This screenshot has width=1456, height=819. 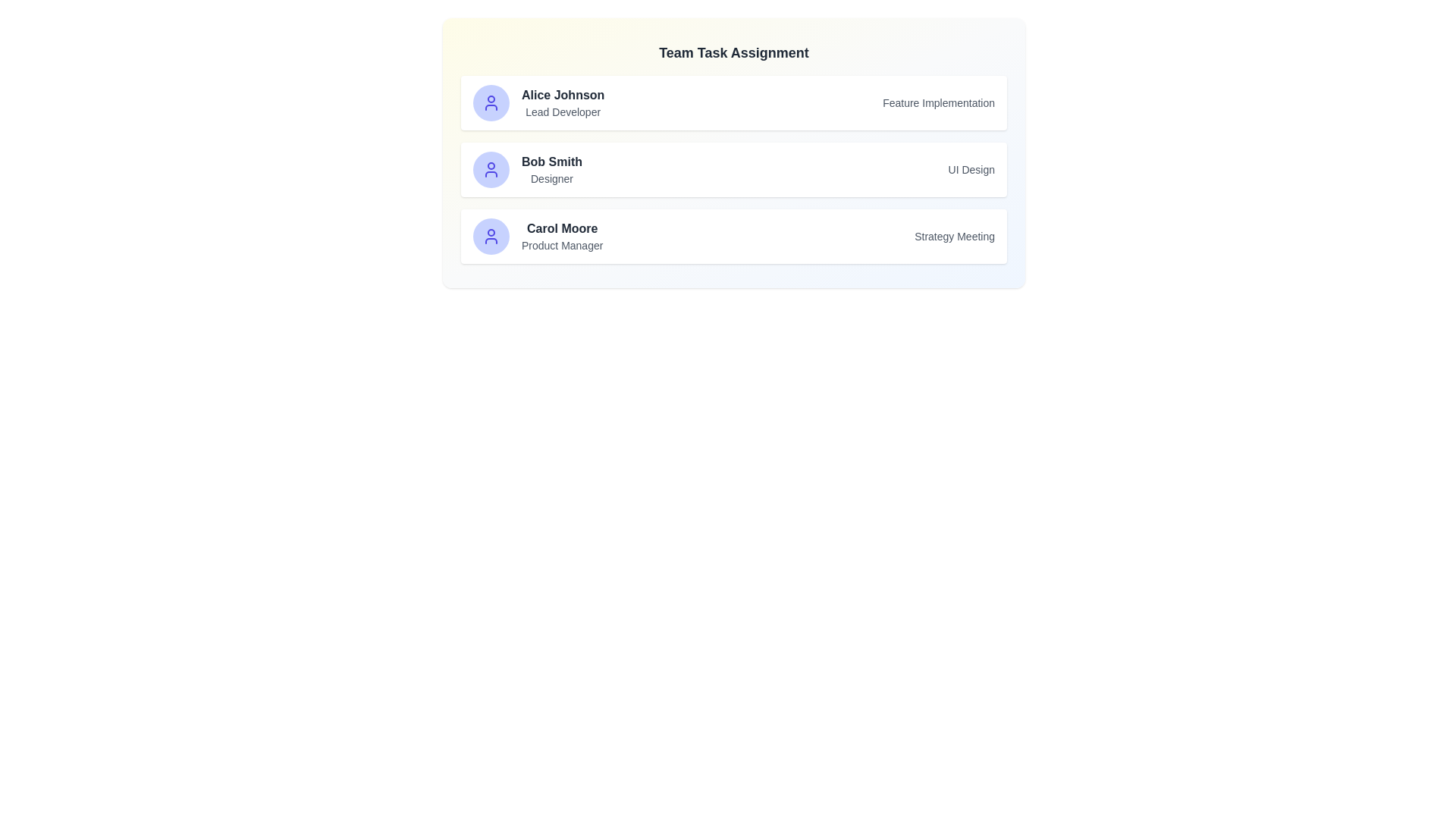 What do you see at coordinates (561, 228) in the screenshot?
I see `the text label displaying 'Carol Moore', which is located in the third row under 'Team Task Assignment'` at bounding box center [561, 228].